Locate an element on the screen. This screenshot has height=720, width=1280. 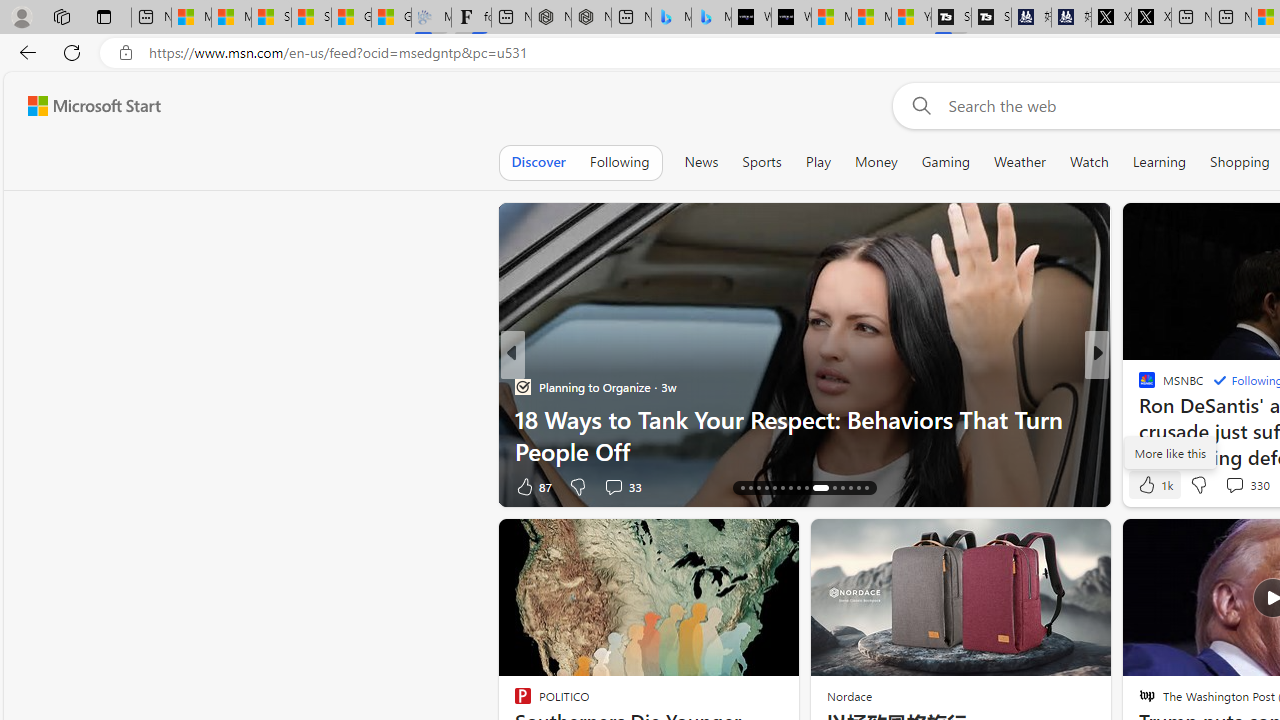
'91 Like' is located at coordinates (1149, 486).